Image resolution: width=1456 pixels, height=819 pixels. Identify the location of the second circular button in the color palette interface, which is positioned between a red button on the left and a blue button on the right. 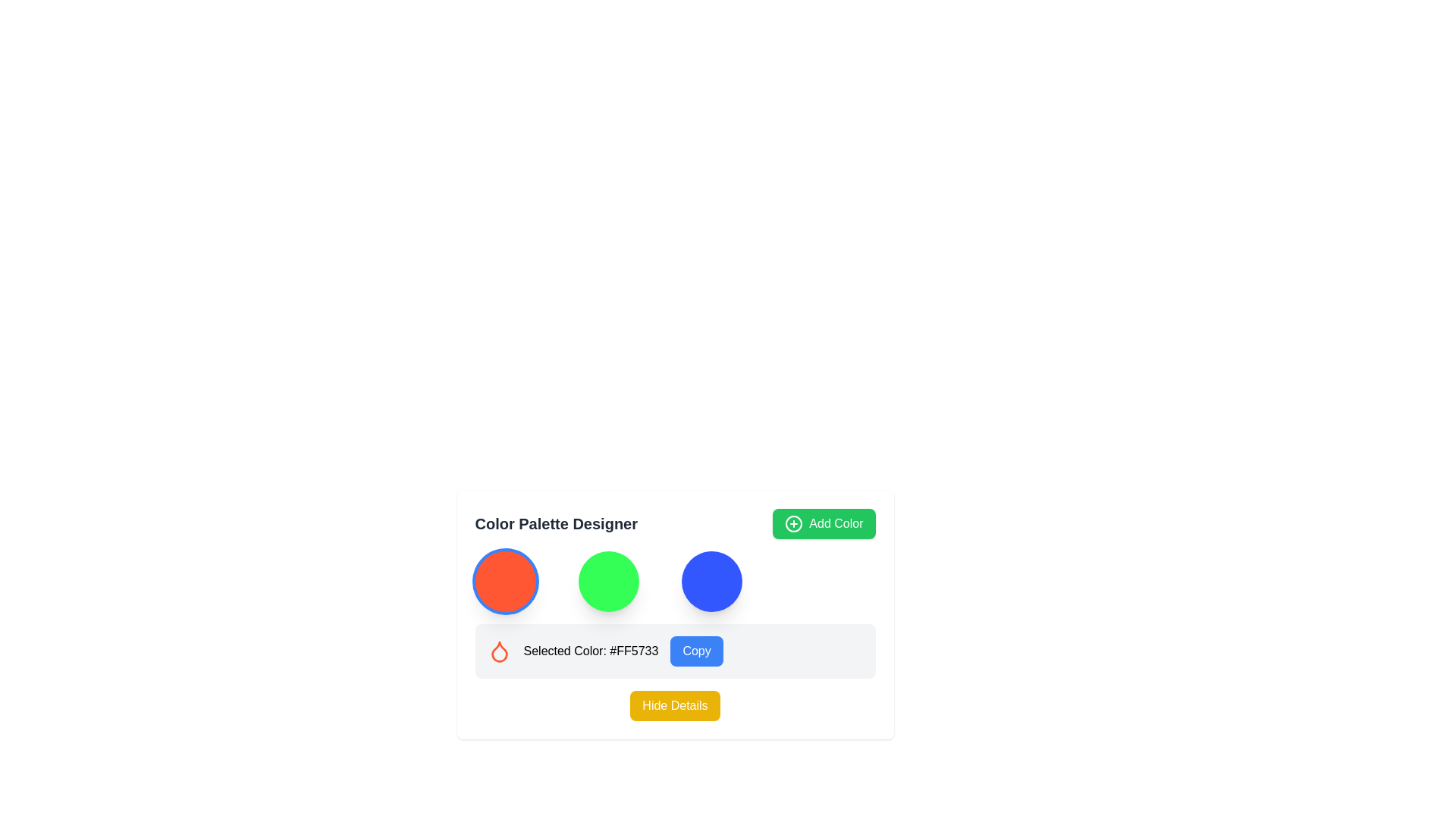
(608, 581).